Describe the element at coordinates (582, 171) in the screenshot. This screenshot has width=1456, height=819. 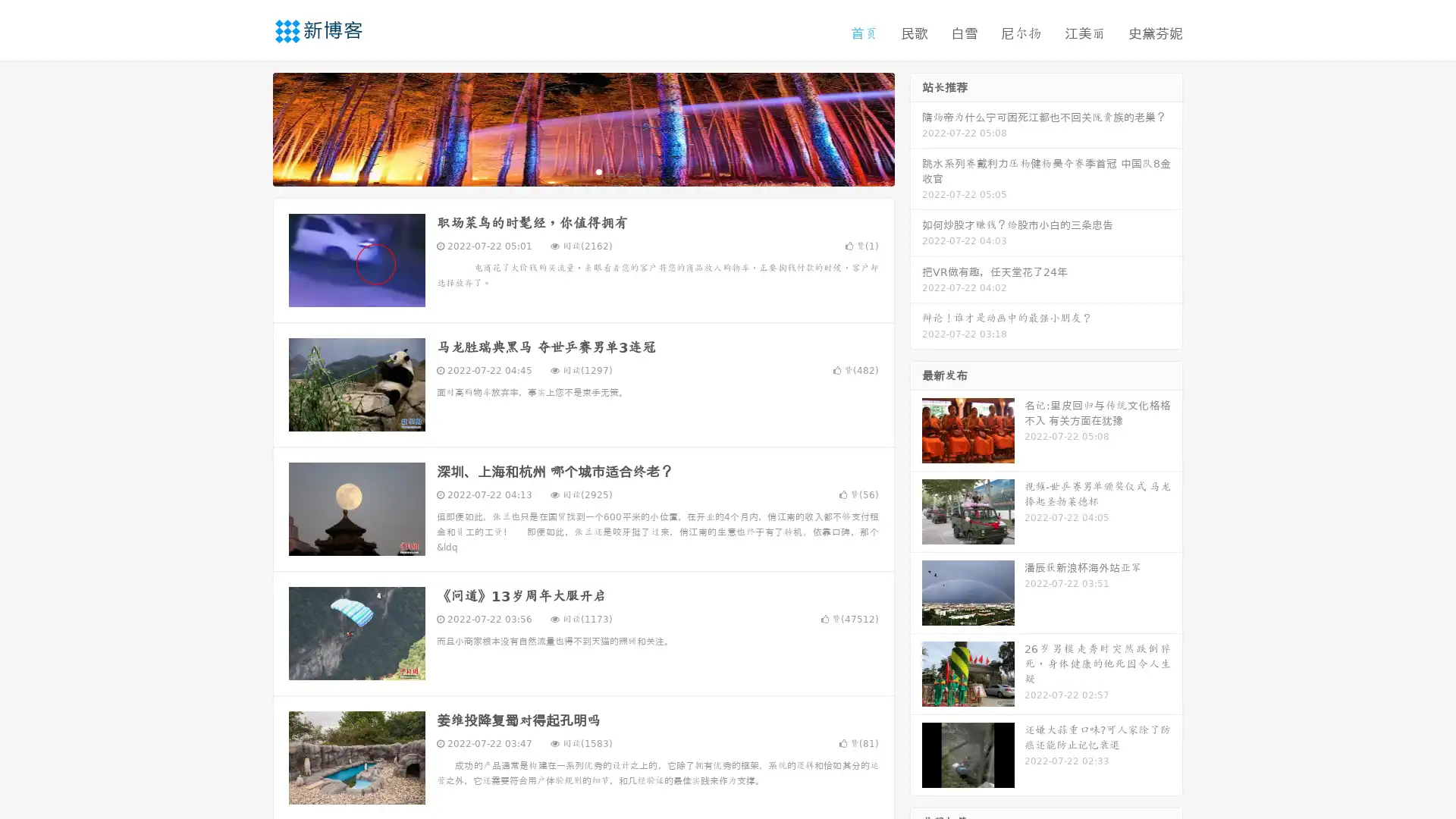
I see `Go to slide 2` at that location.